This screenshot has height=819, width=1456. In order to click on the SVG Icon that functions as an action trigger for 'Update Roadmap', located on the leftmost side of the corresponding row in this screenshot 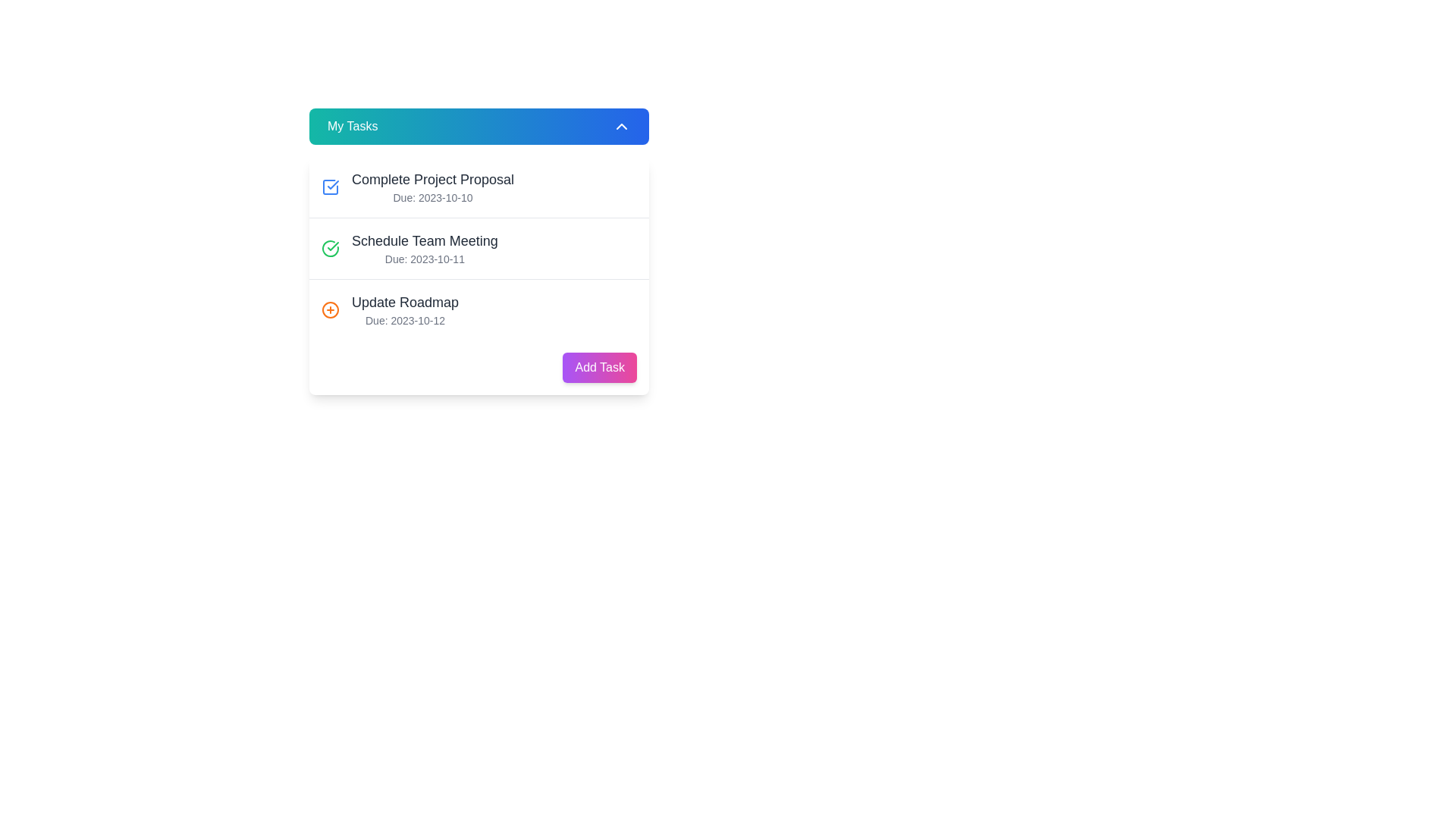, I will do `click(330, 309)`.